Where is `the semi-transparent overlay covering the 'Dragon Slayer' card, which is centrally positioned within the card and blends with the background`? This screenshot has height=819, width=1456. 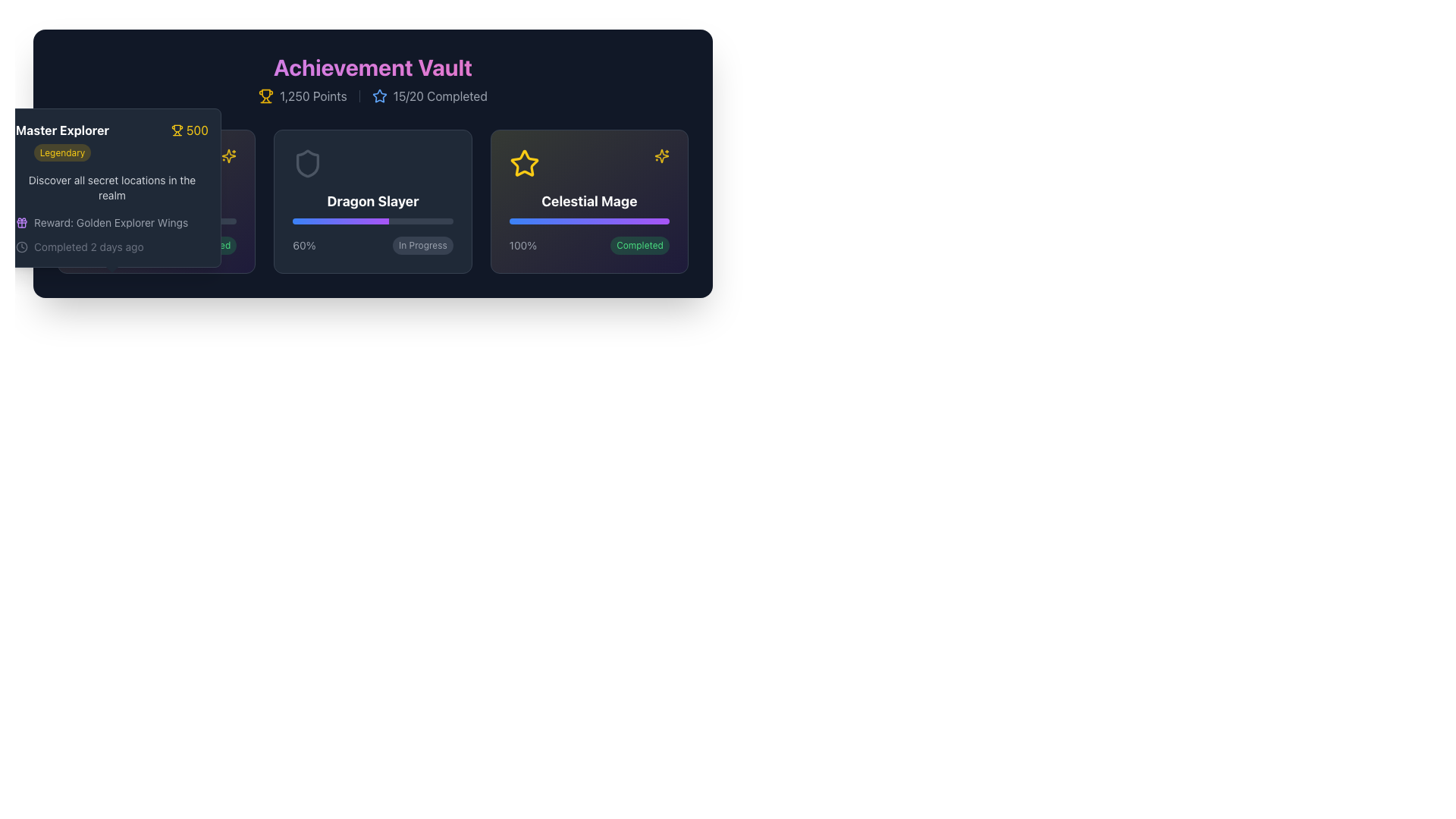 the semi-transparent overlay covering the 'Dragon Slayer' card, which is centrally positioned within the card and blends with the background is located at coordinates (372, 201).